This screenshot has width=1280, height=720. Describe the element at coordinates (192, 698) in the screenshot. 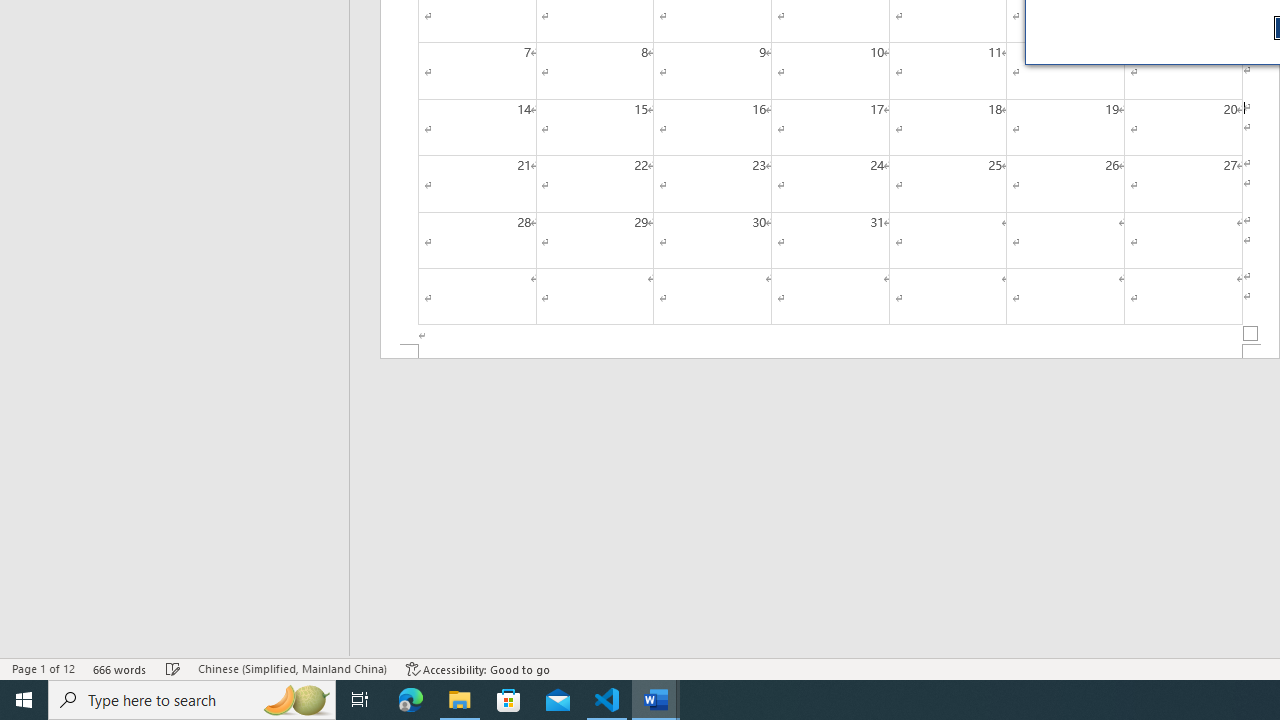

I see `'Type here to search'` at that location.